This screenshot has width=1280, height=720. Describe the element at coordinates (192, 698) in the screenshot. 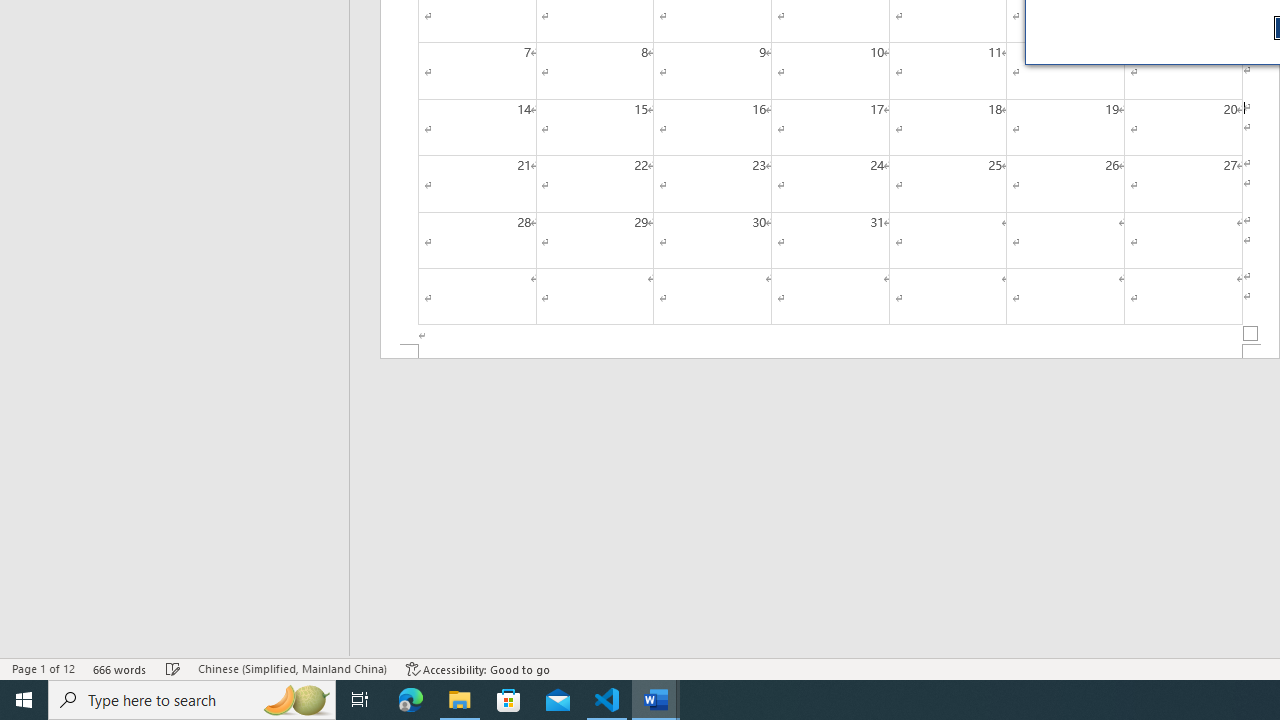

I see `'Type here to search'` at that location.